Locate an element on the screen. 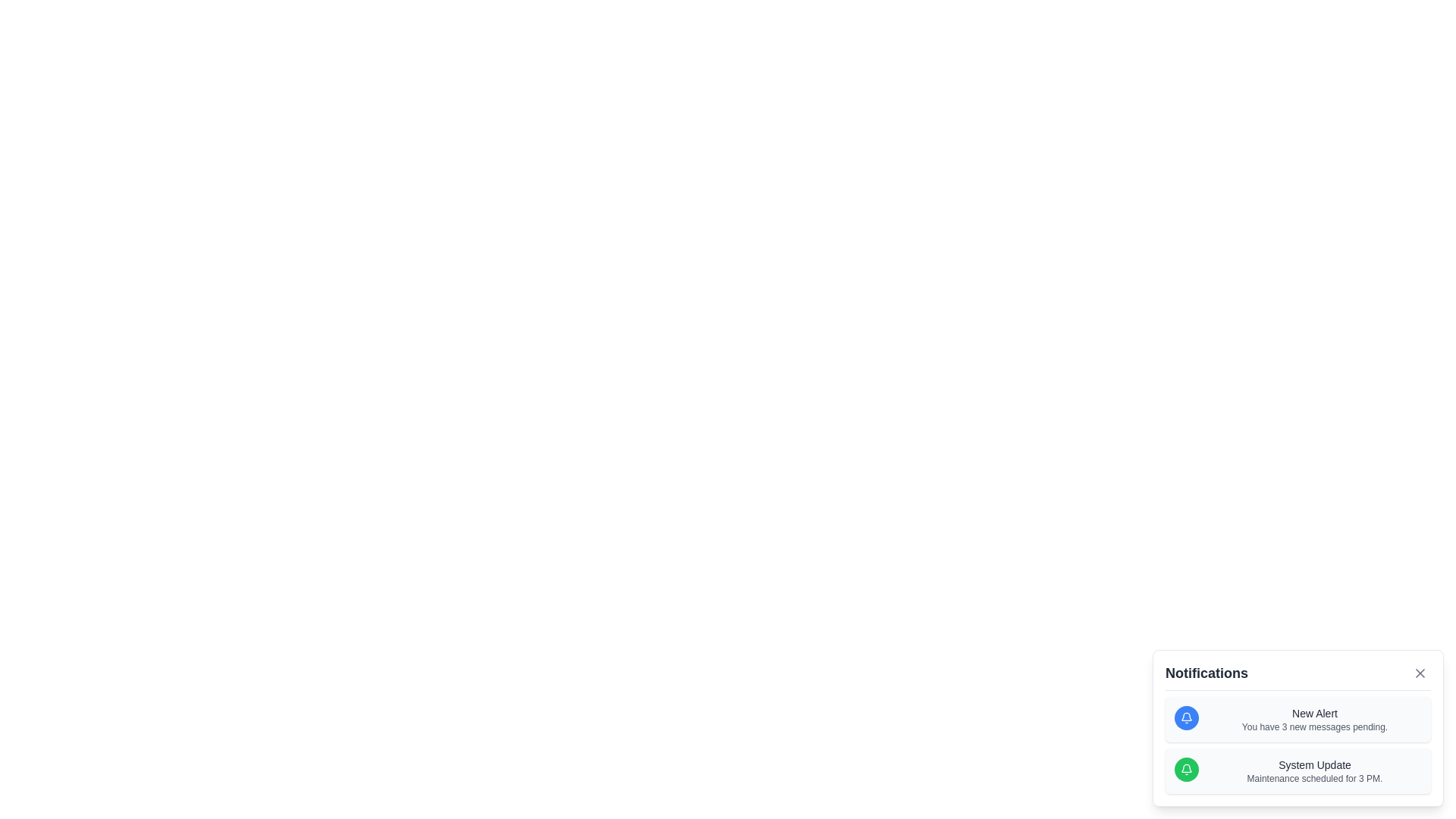  the bell icon located at the top-left region of the notification card, which is styled as a circular button and is associated with notifications is located at coordinates (1185, 717).